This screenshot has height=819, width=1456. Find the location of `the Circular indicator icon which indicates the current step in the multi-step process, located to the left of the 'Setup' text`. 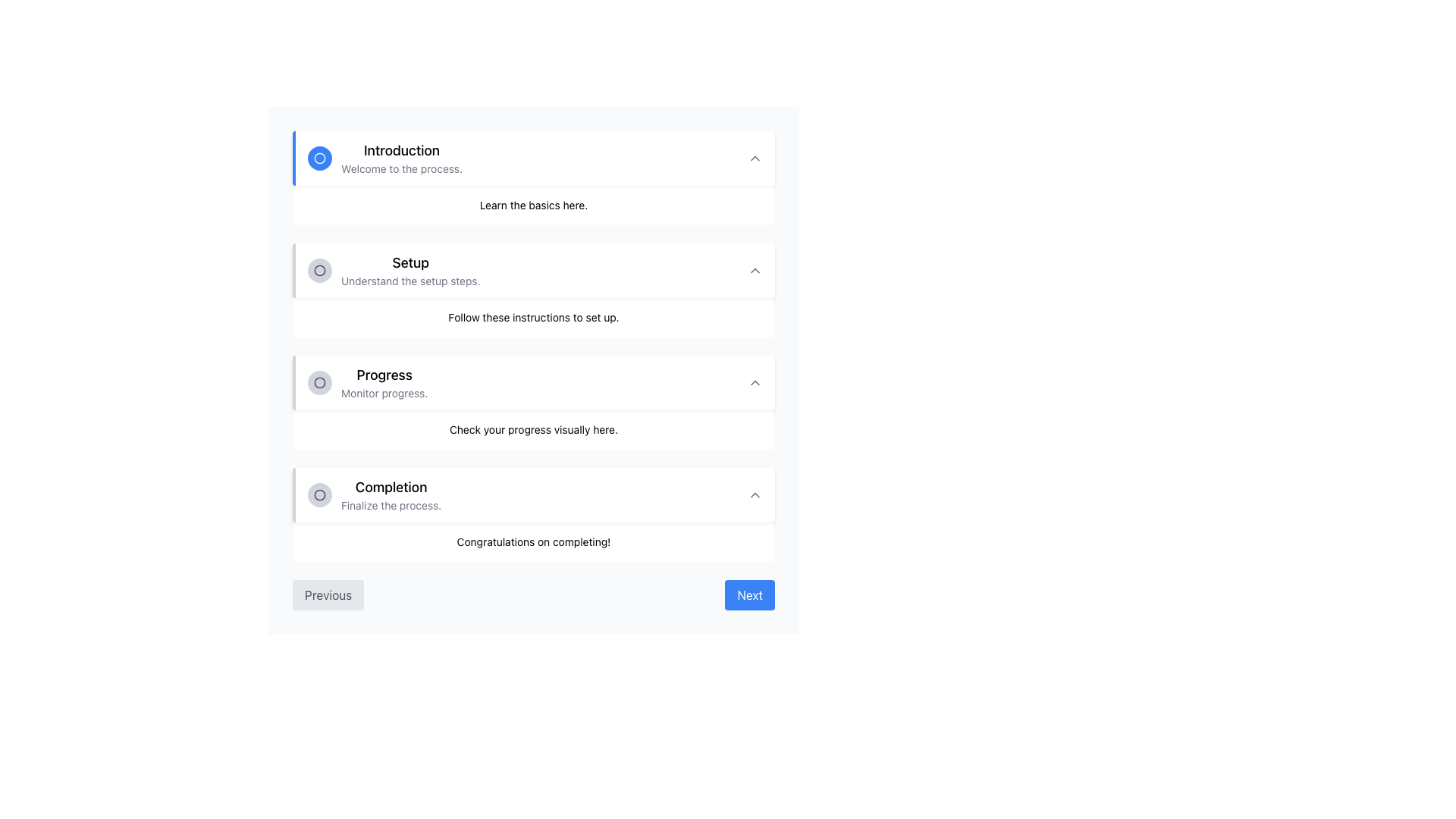

the Circular indicator icon which indicates the current step in the multi-step process, located to the left of the 'Setup' text is located at coordinates (319, 270).